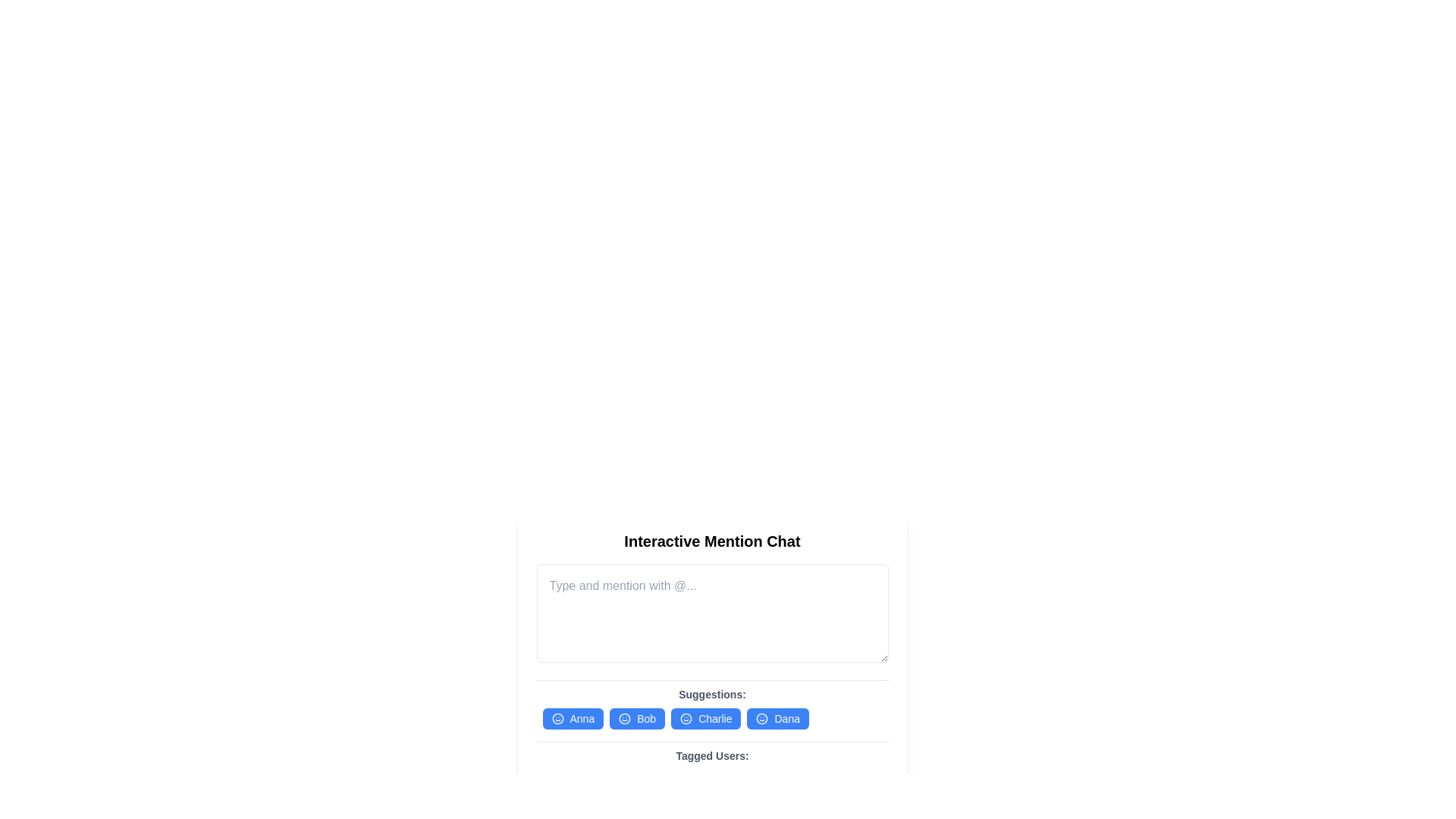 This screenshot has height=819, width=1456. I want to click on the button labeled 'Bob', which is the second button in the group of suggestion buttons in the 'Suggestions' section below the input box, so click(637, 718).